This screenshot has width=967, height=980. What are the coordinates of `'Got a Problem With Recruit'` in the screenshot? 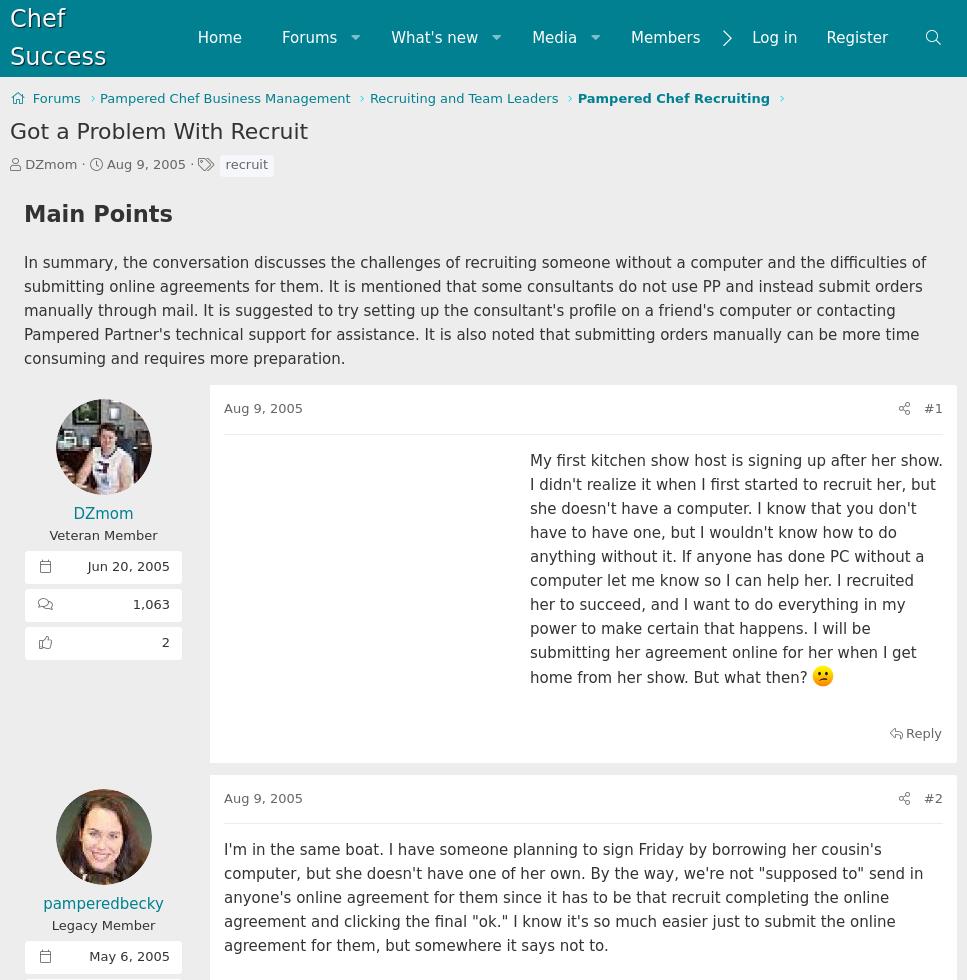 It's located at (158, 130).